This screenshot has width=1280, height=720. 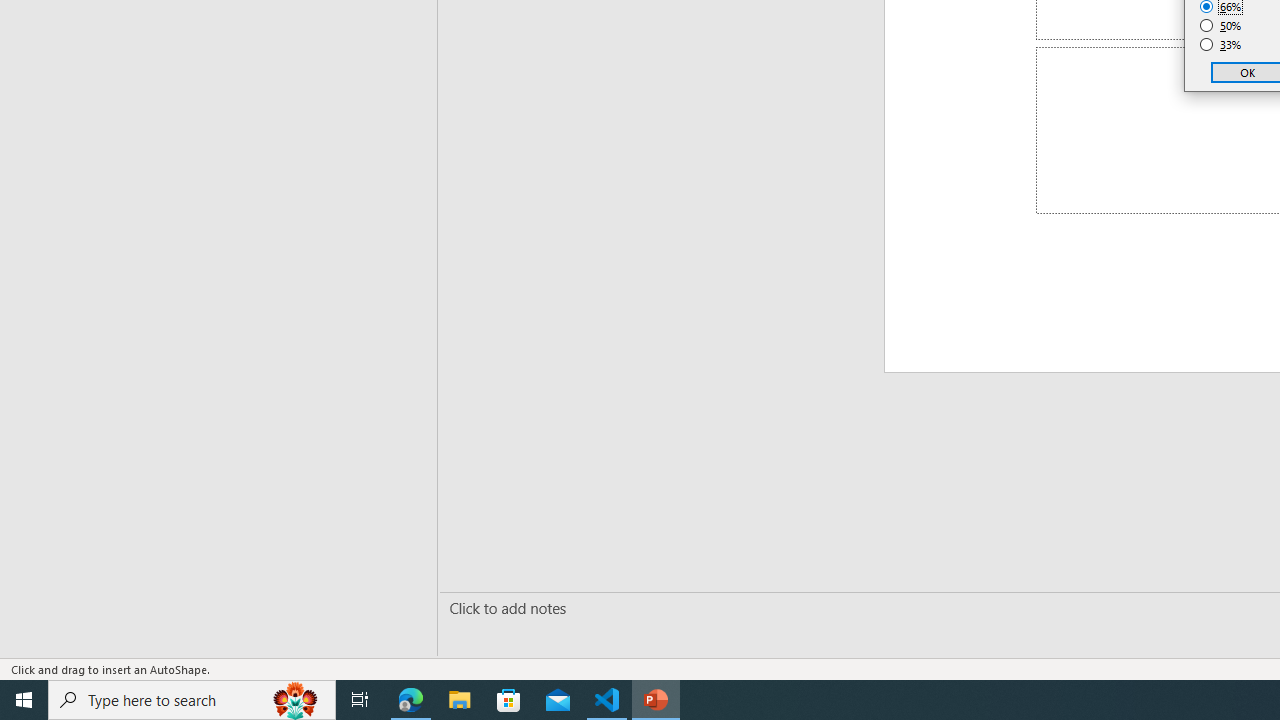 I want to click on '33%', so click(x=1220, y=45).